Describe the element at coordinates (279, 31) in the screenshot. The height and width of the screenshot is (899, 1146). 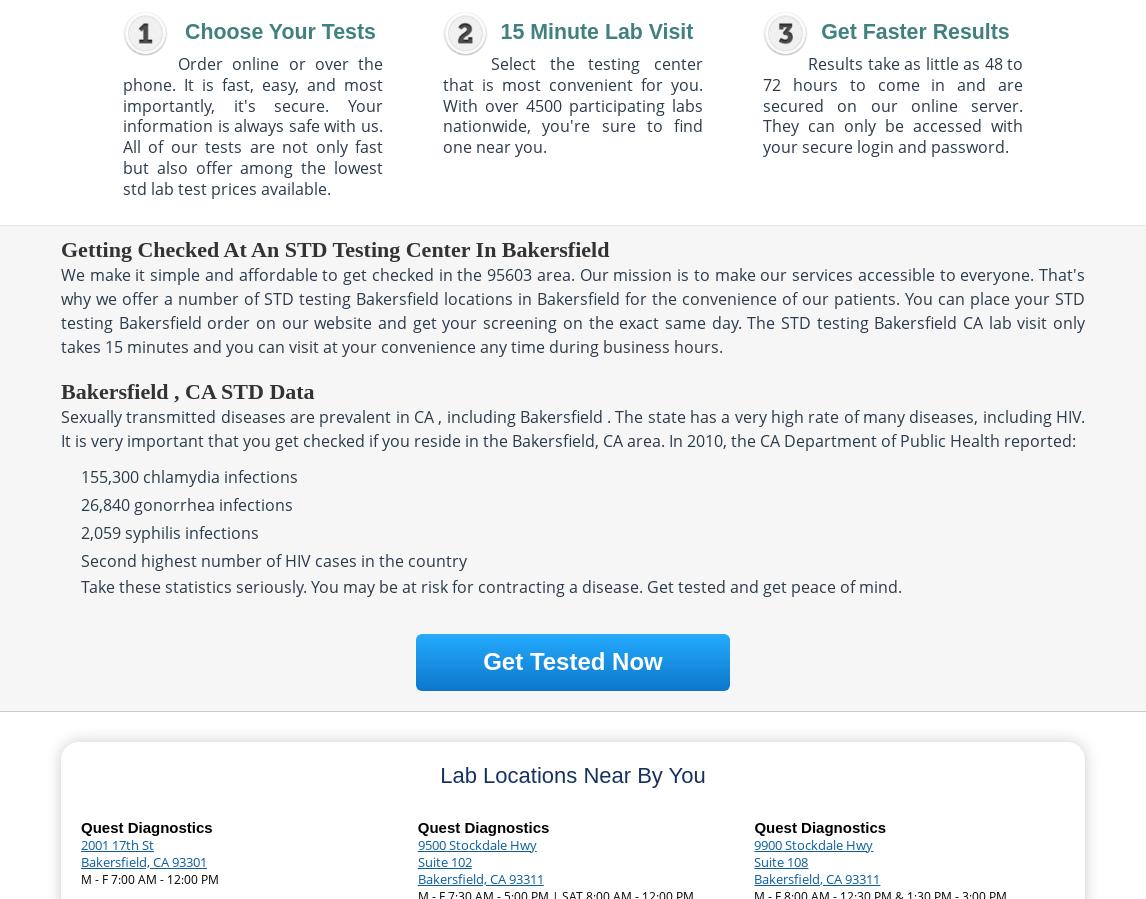
I see `'Choose Your Tests'` at that location.